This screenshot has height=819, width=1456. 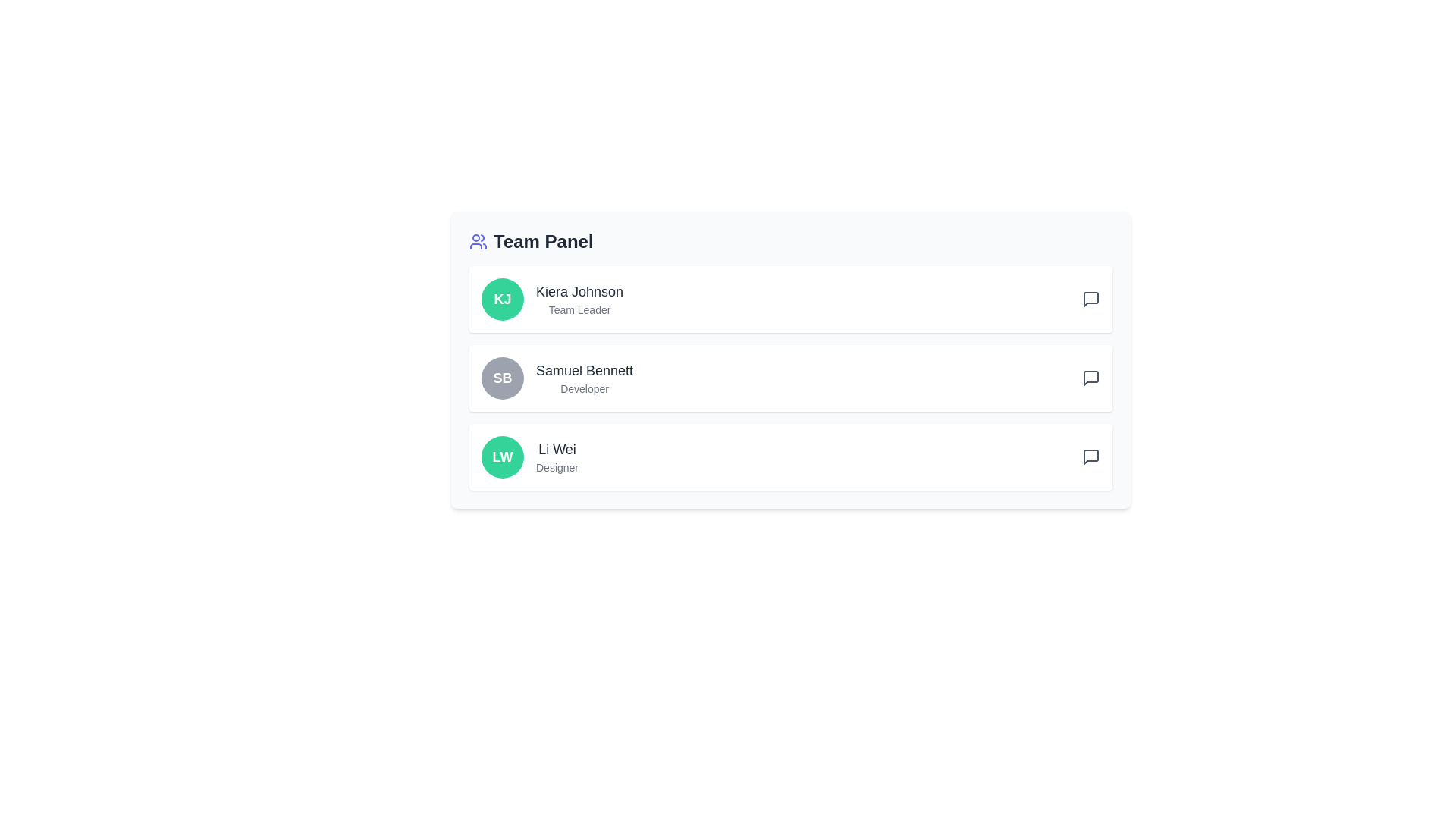 I want to click on the interactive icon adjacent to 'Kiera Johnson, Team Leader' to change its color, so click(x=1090, y=299).